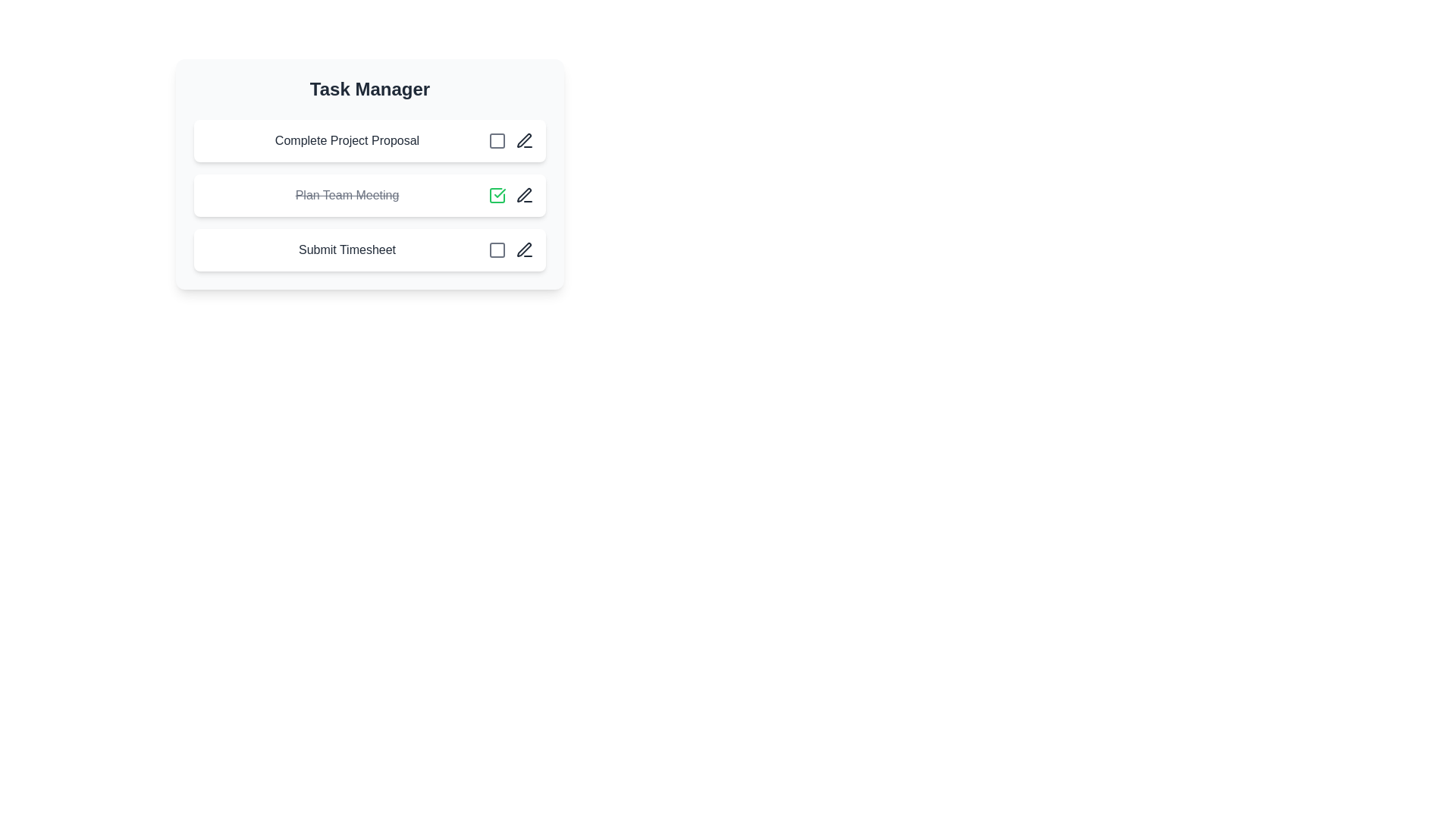 Image resolution: width=1456 pixels, height=819 pixels. Describe the element at coordinates (497, 249) in the screenshot. I see `the Checkbox-like toggle element located in the rightmost section of the third row, which interacts with the 'Submit Timesheet' task` at that location.